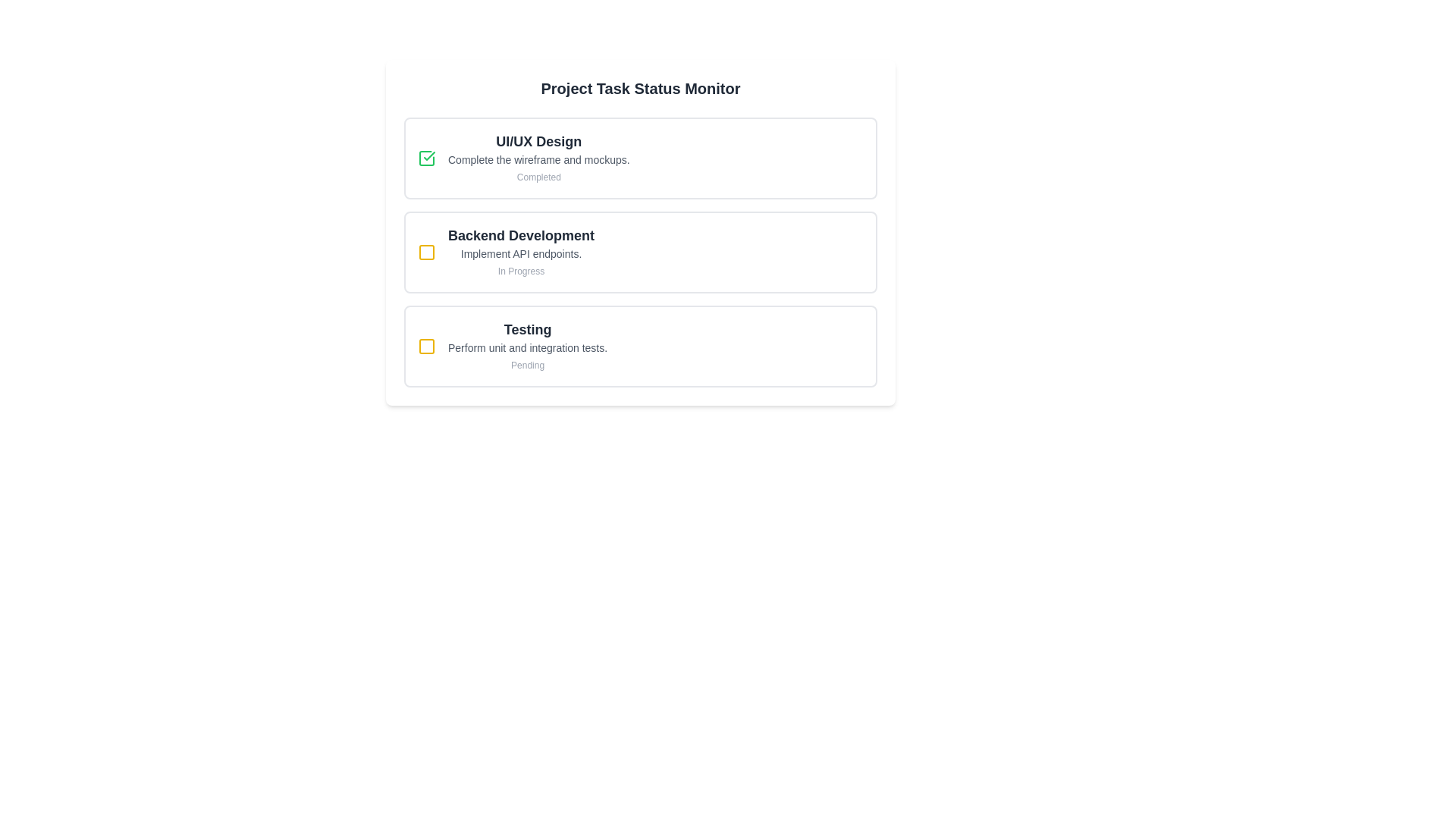 The image size is (1456, 819). I want to click on text label displaying 'Implement API endpoints.' in gray color, located within the 'Backend Development' section, so click(521, 253).